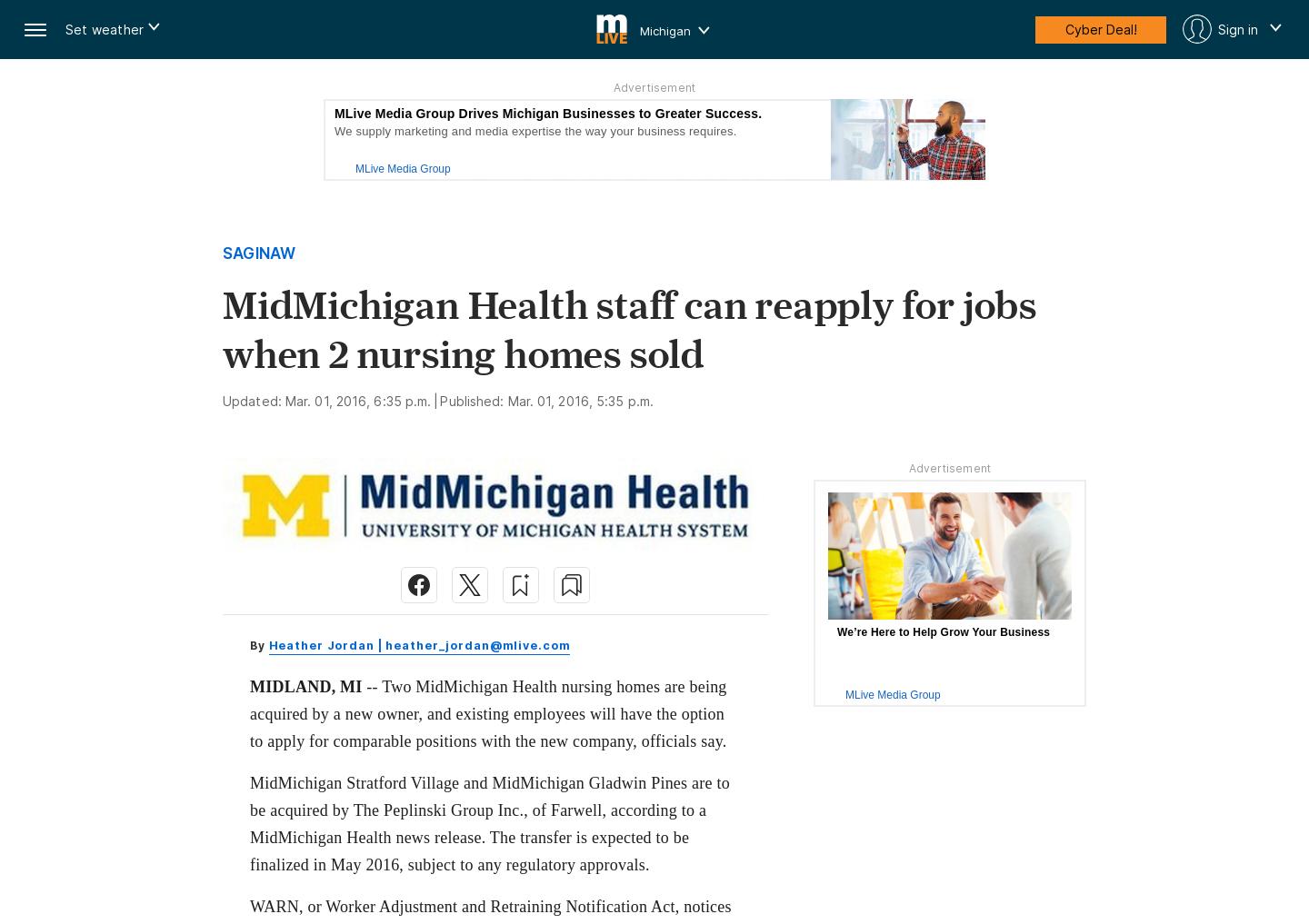 The width and height of the screenshot is (1309, 924). Describe the element at coordinates (515, 674) in the screenshot. I see `'Subscribers can gift articles to anyone'` at that location.